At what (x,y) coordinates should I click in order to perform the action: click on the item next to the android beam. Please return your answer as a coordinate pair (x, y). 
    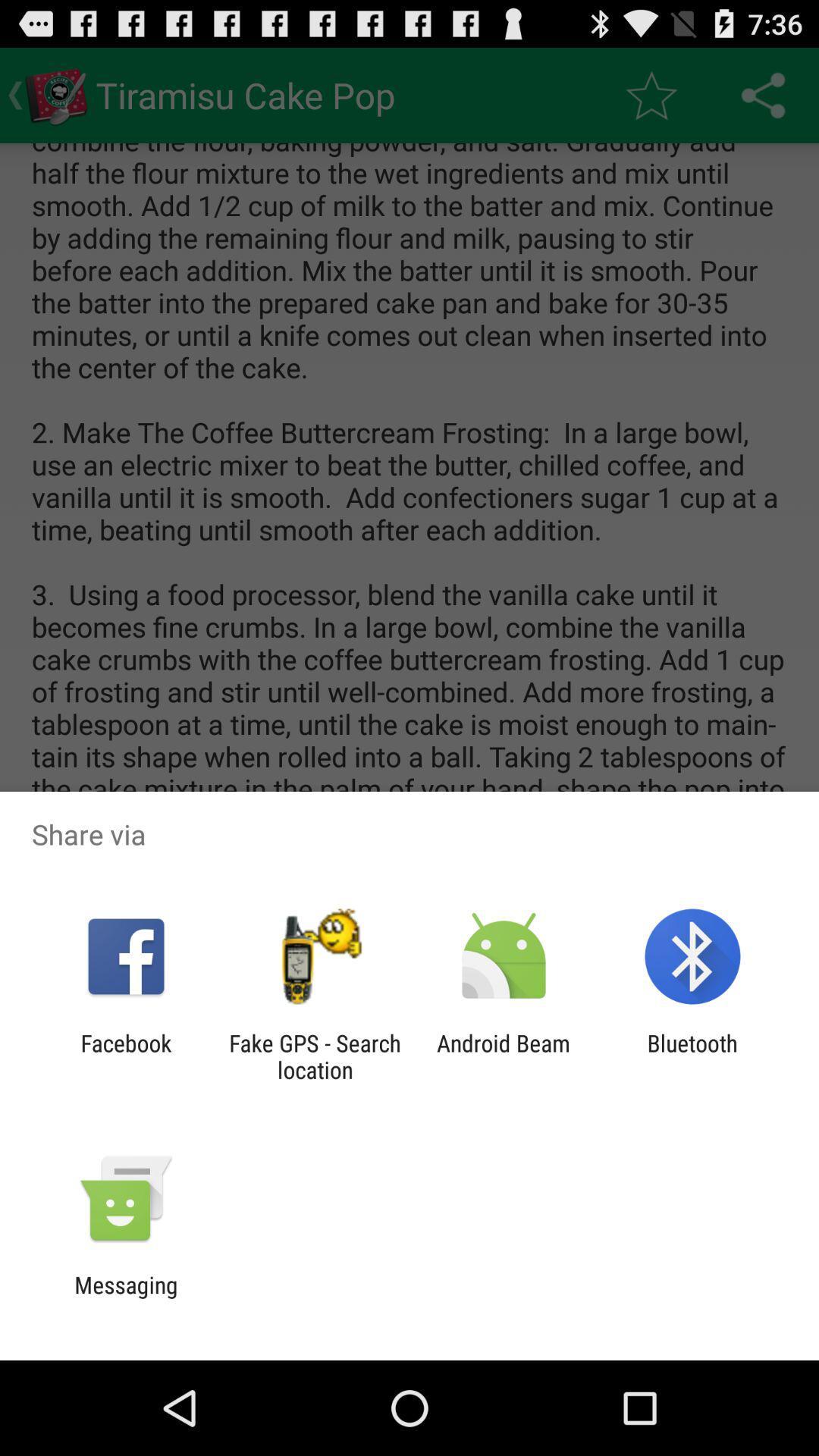
    Looking at the image, I should click on (692, 1056).